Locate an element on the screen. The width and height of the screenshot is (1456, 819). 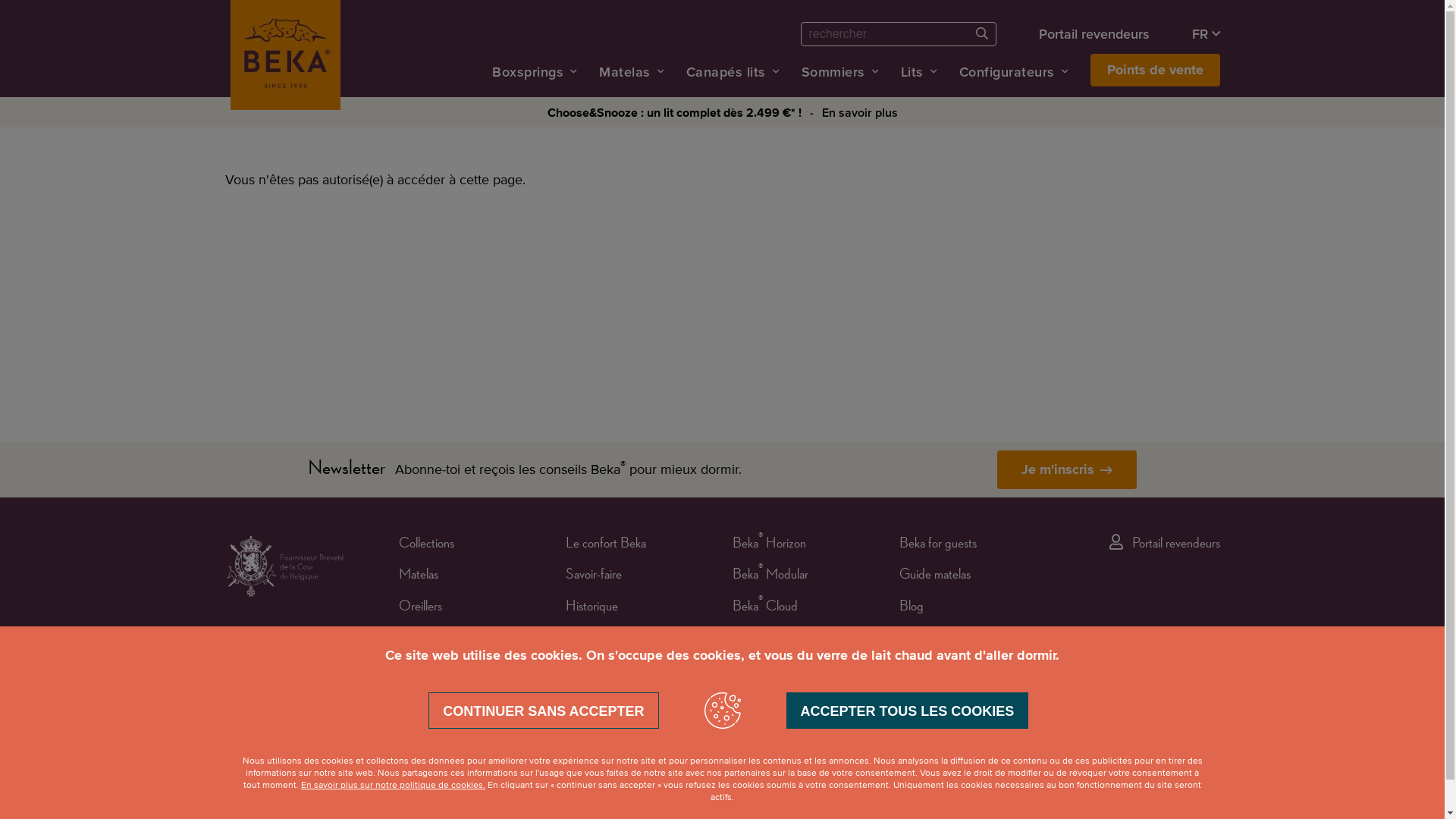
'Historique' is located at coordinates (591, 607).